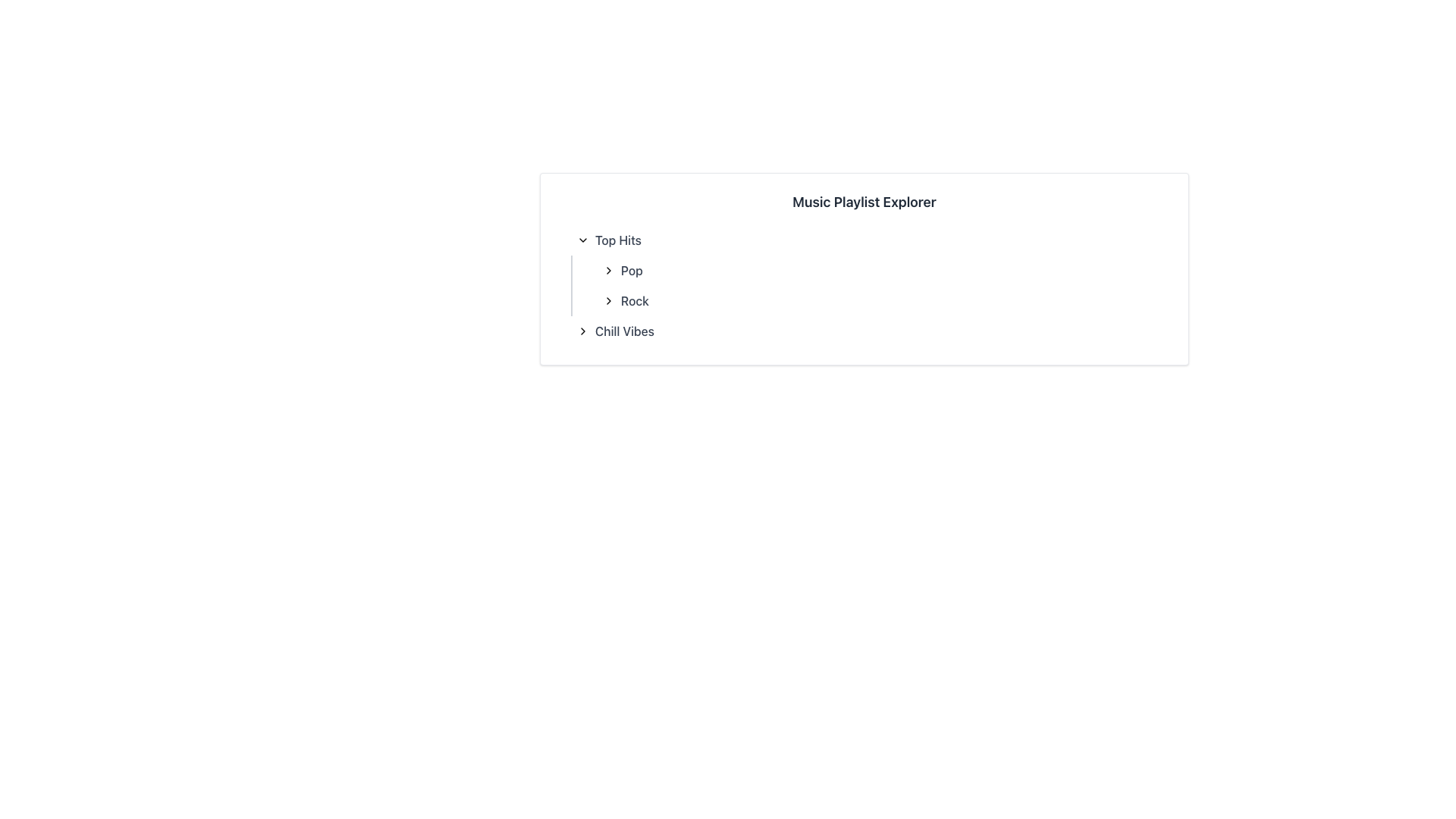 This screenshot has width=1456, height=819. Describe the element at coordinates (582, 330) in the screenshot. I see `the toggle icon for the 'Chill Vibes' category, which is located to the left of the text and serves as a collapsible indicator` at that location.